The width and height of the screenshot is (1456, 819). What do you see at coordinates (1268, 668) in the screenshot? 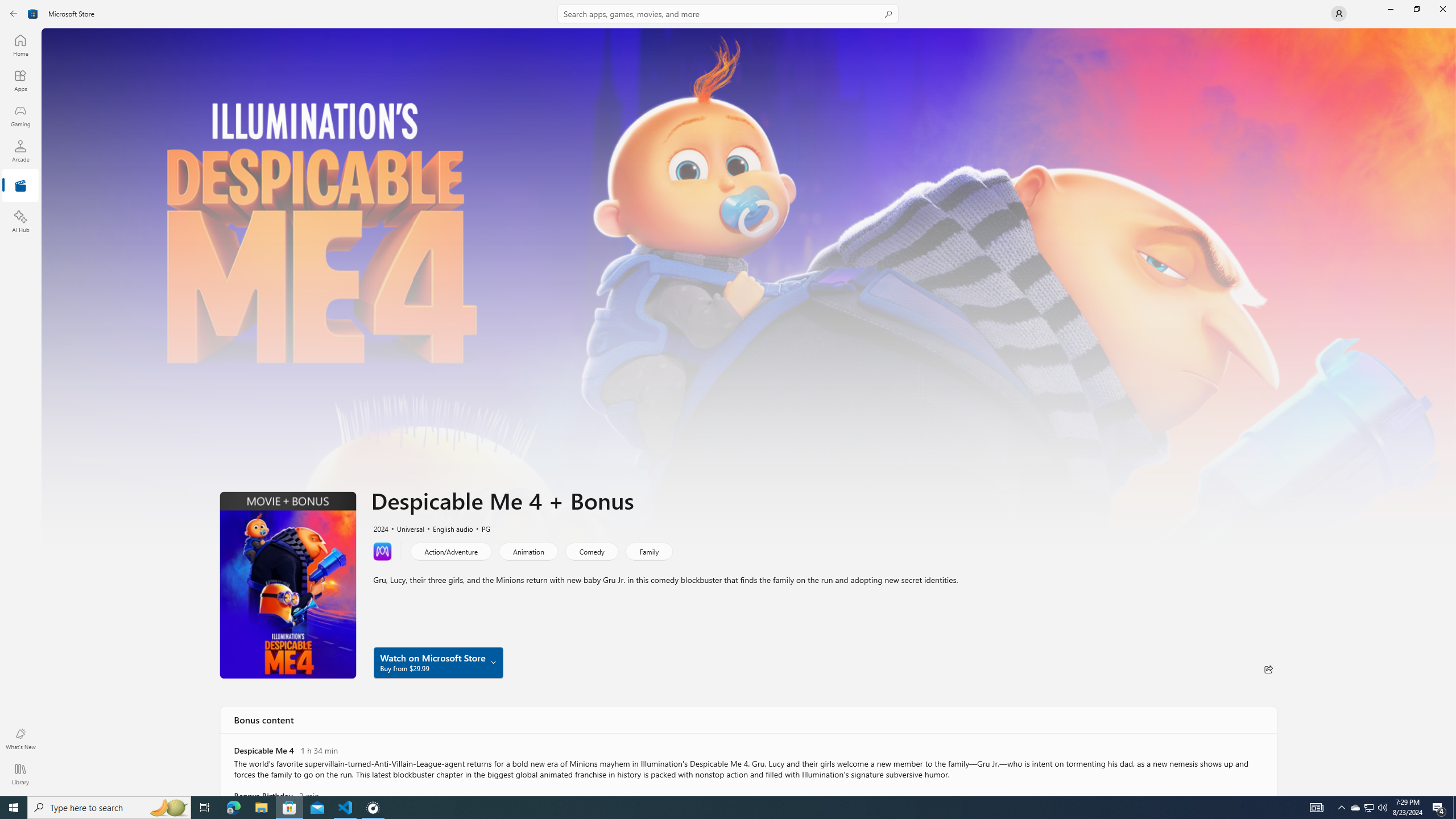
I see `'Share'` at bounding box center [1268, 668].